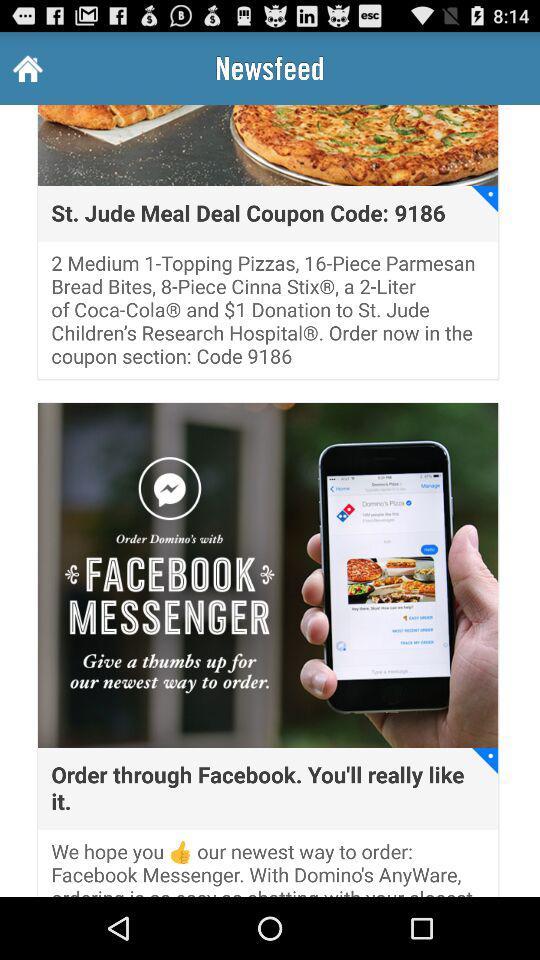 The height and width of the screenshot is (960, 540). I want to click on st jude meal icon, so click(248, 213).